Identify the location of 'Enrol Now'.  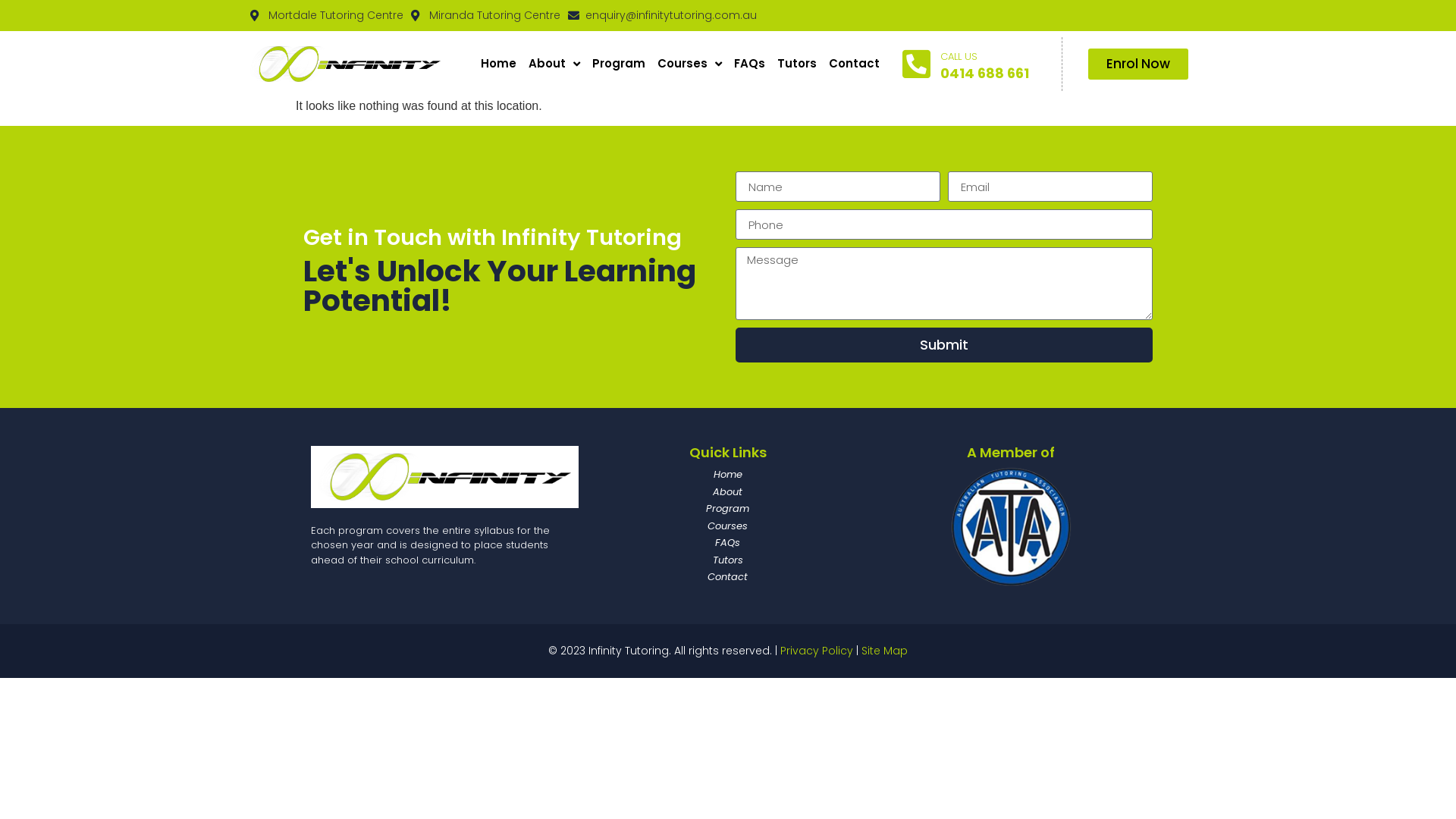
(1138, 63).